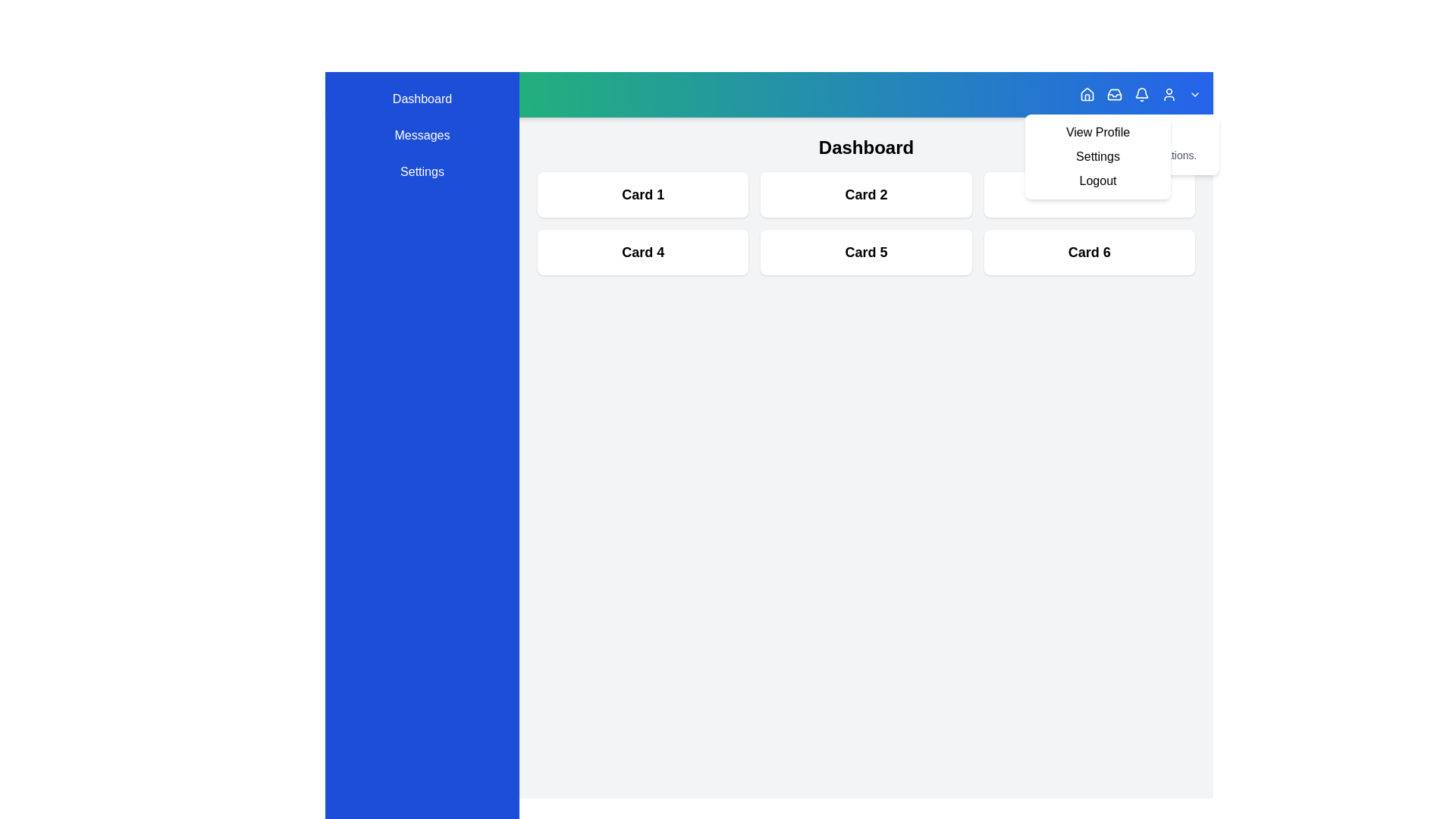 Image resolution: width=1456 pixels, height=819 pixels. What do you see at coordinates (866, 148) in the screenshot?
I see `the Text header that indicates the current page or section, positioned above a grid of cards and below the navigation bar` at bounding box center [866, 148].